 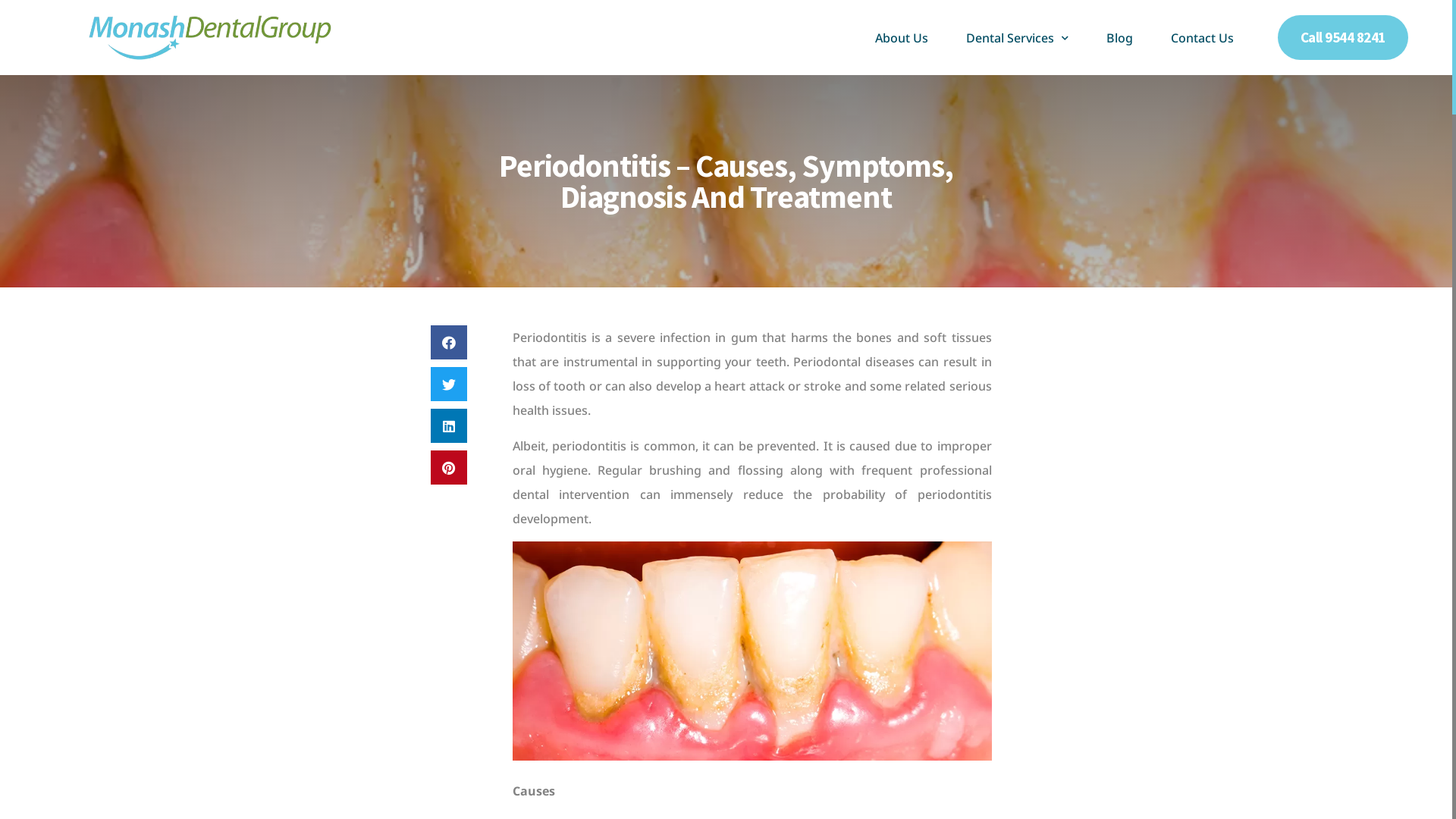 What do you see at coordinates (1119, 37) in the screenshot?
I see `'Blog'` at bounding box center [1119, 37].